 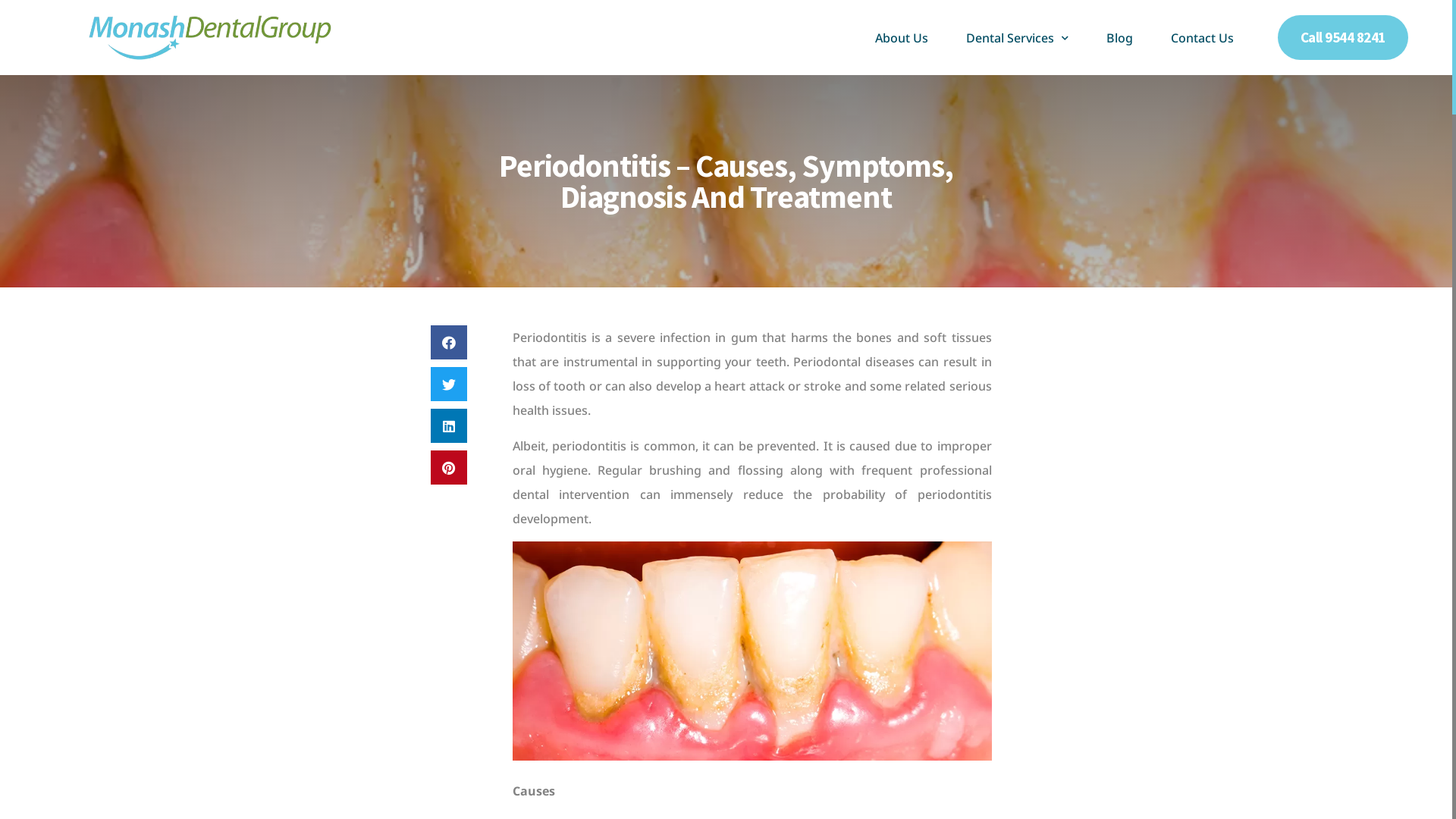 What do you see at coordinates (1119, 37) in the screenshot?
I see `'Blog'` at bounding box center [1119, 37].